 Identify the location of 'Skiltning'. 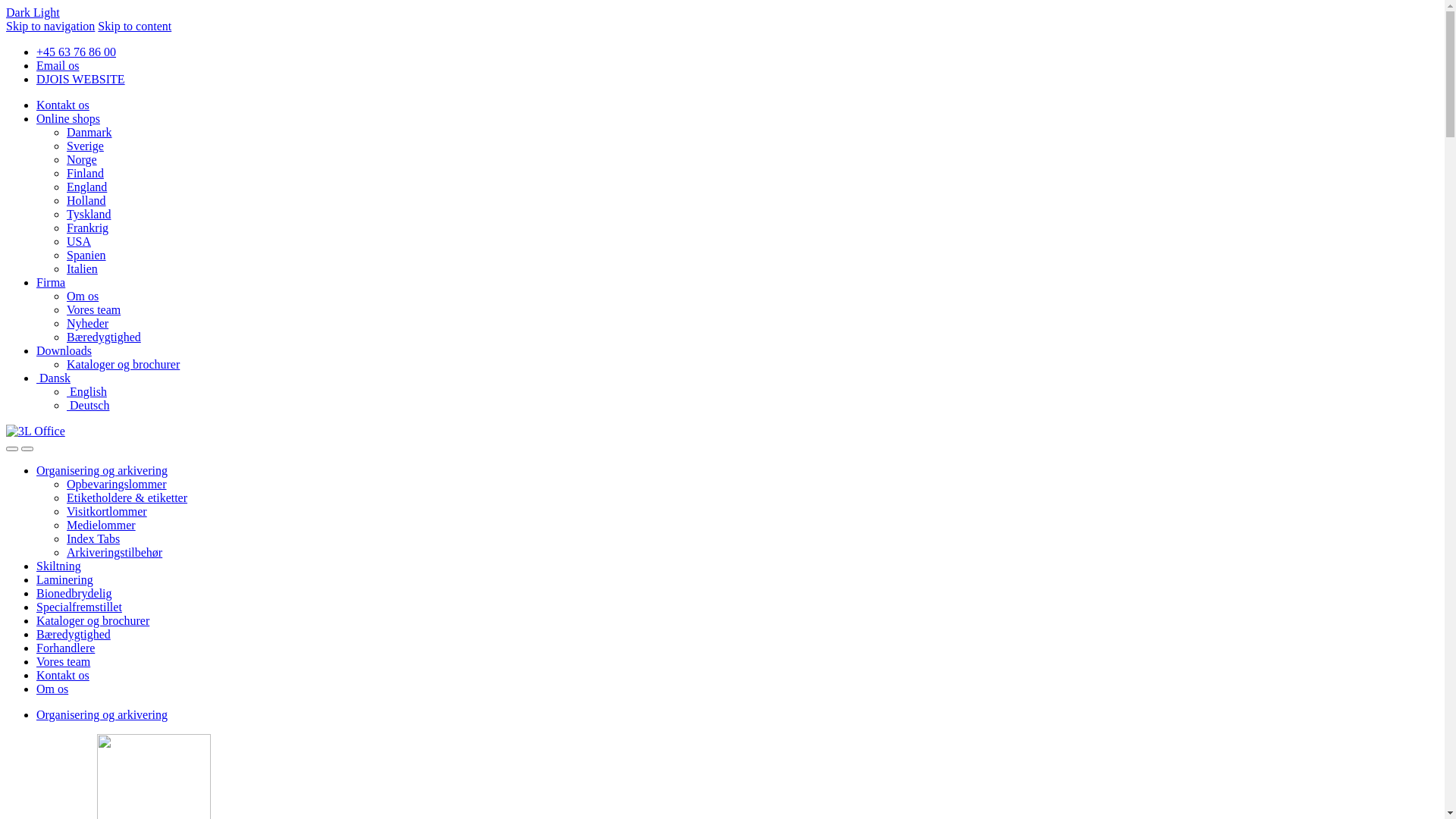
(58, 566).